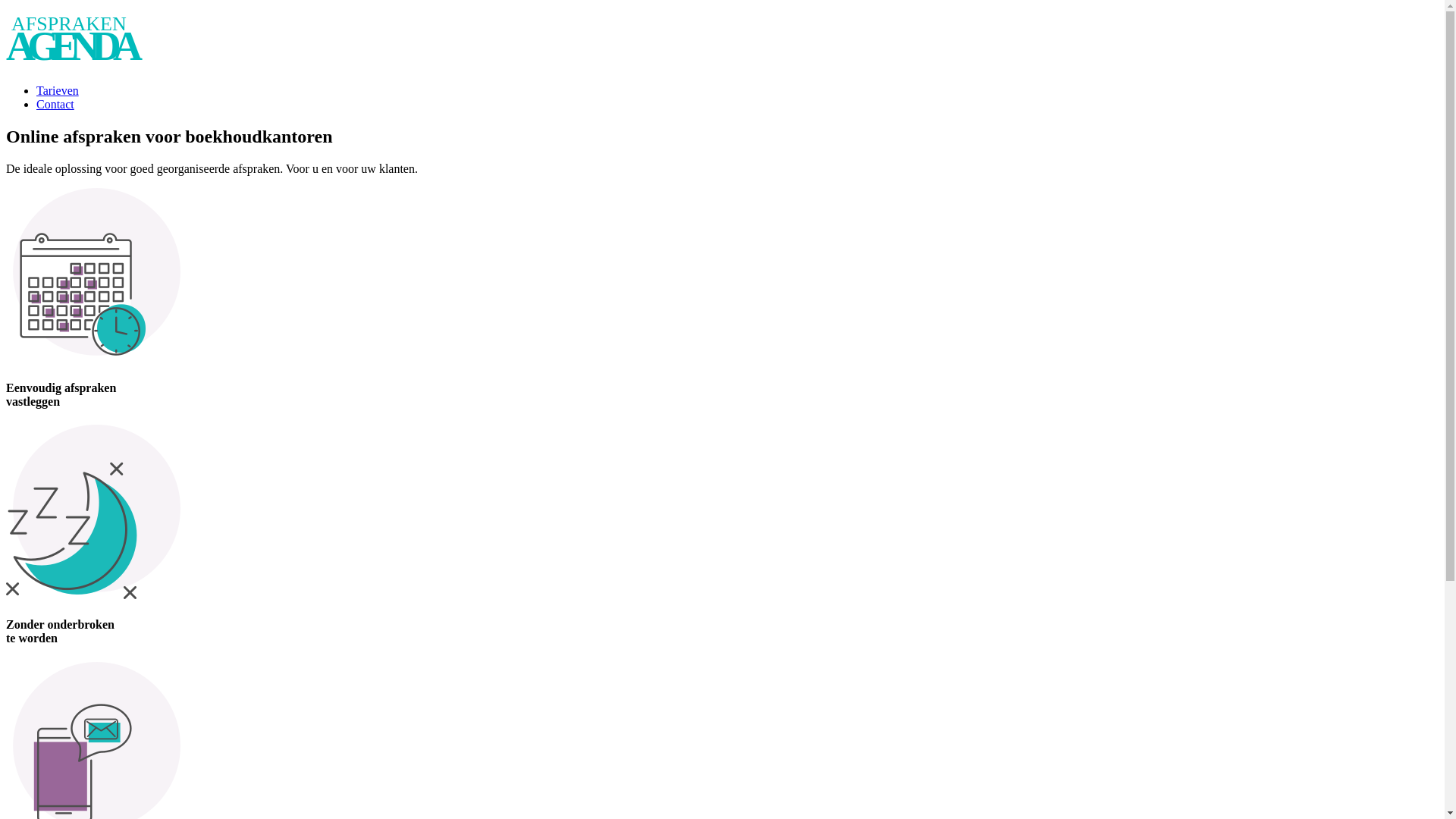 The image size is (1456, 819). What do you see at coordinates (55, 103) in the screenshot?
I see `'Contact'` at bounding box center [55, 103].